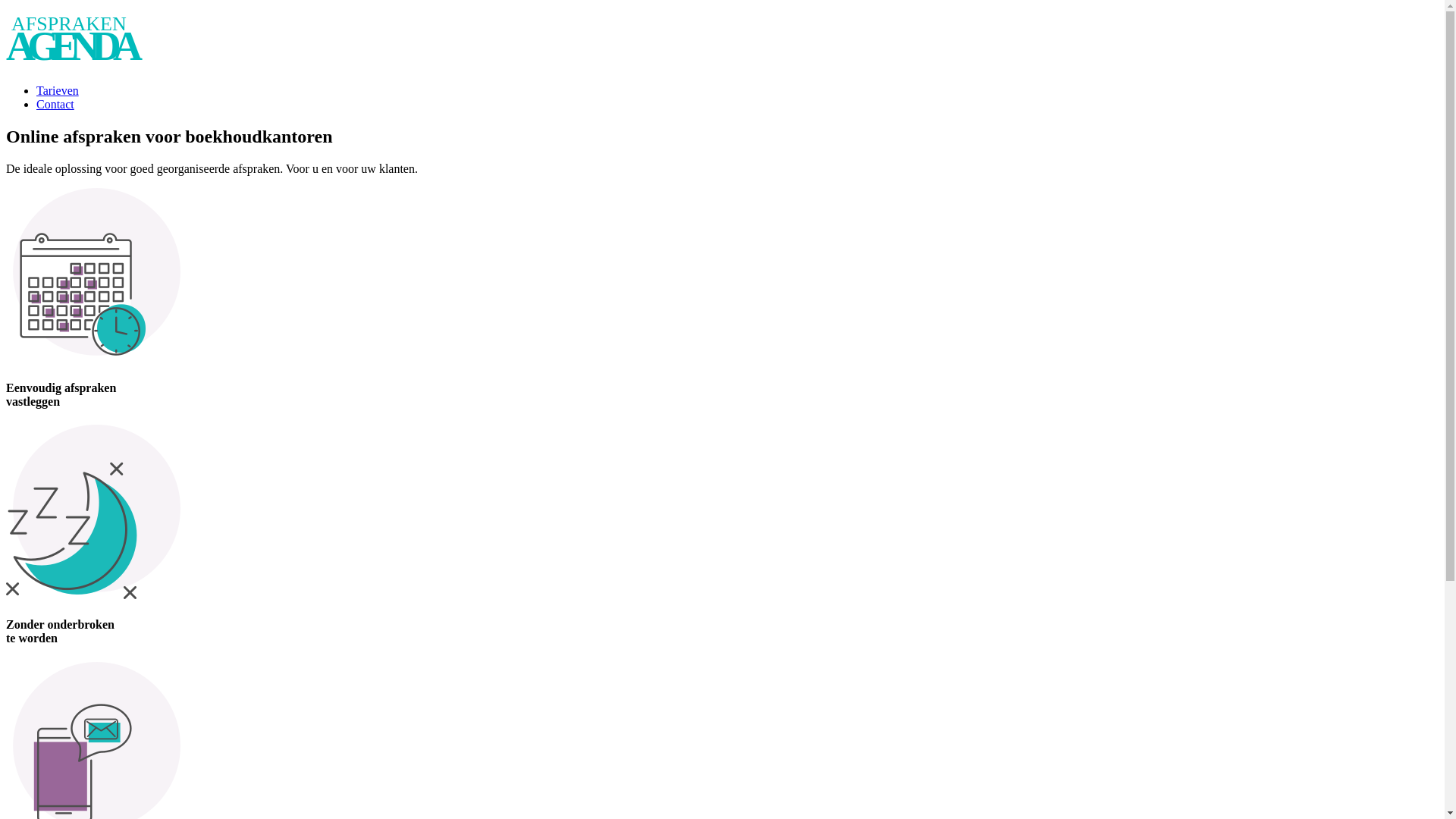 The image size is (1456, 819). What do you see at coordinates (55, 103) in the screenshot?
I see `'Contact'` at bounding box center [55, 103].